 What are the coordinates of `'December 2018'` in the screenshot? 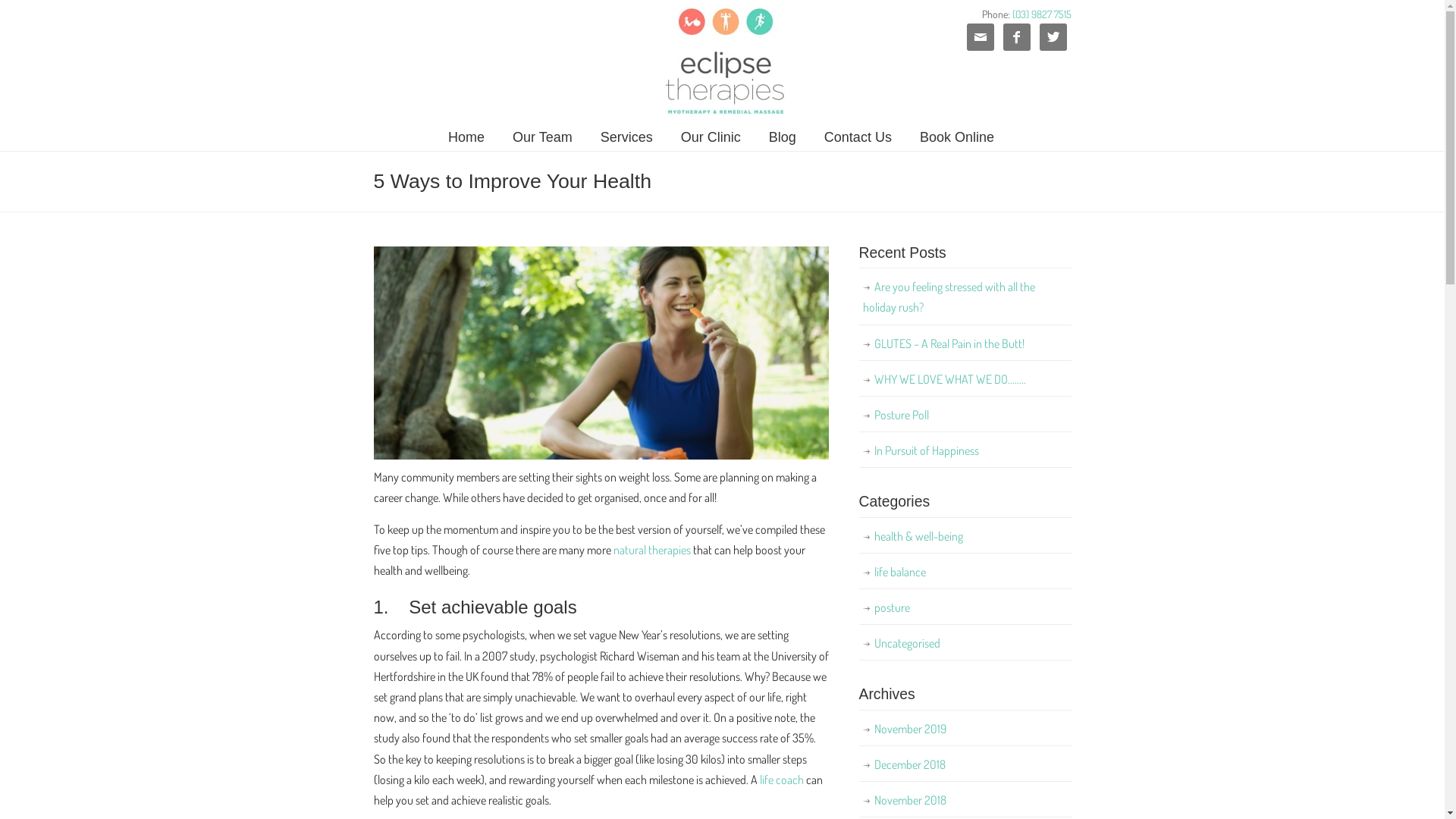 It's located at (964, 764).